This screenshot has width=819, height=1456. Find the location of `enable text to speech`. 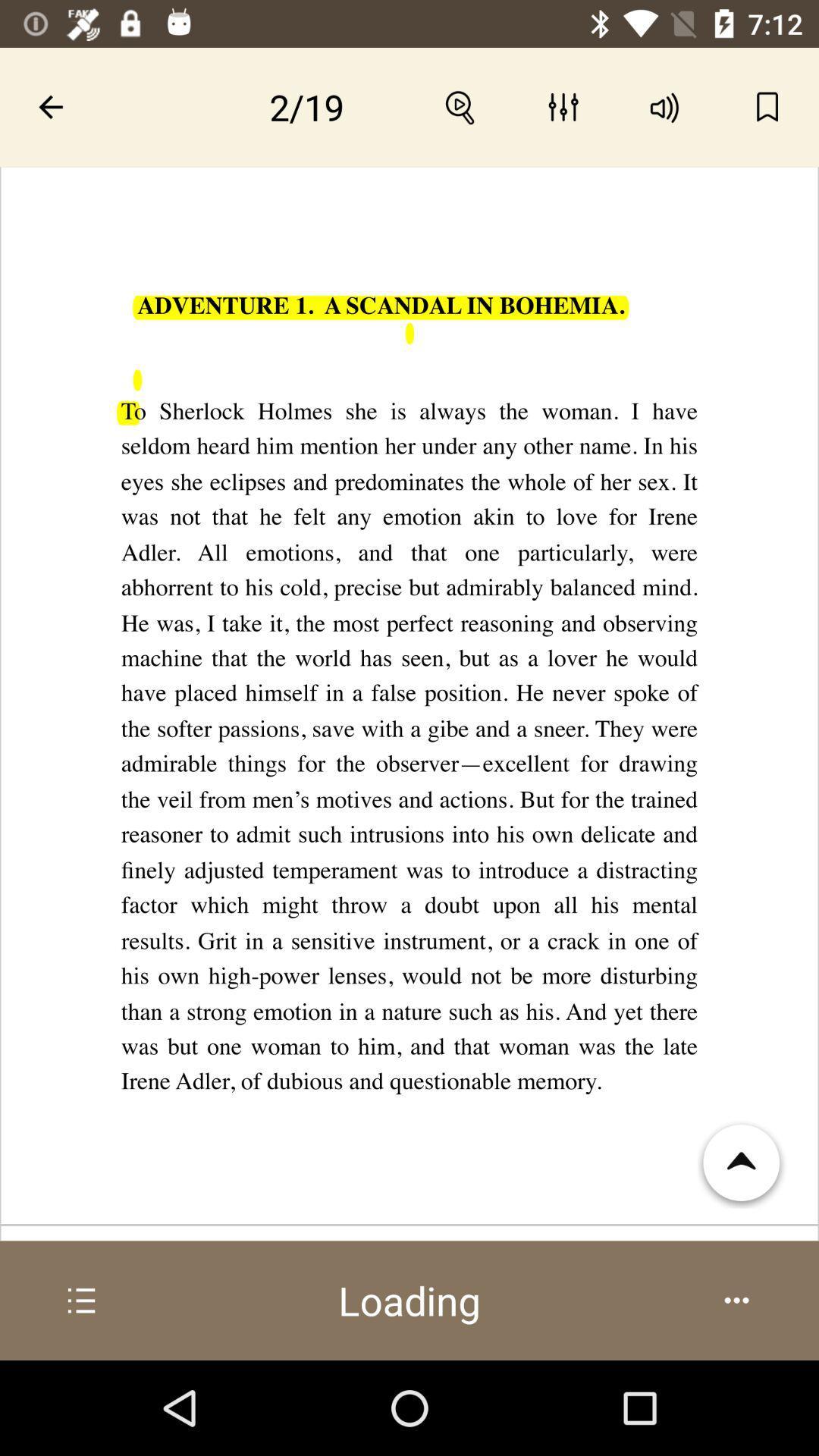

enable text to speech is located at coordinates (664, 106).